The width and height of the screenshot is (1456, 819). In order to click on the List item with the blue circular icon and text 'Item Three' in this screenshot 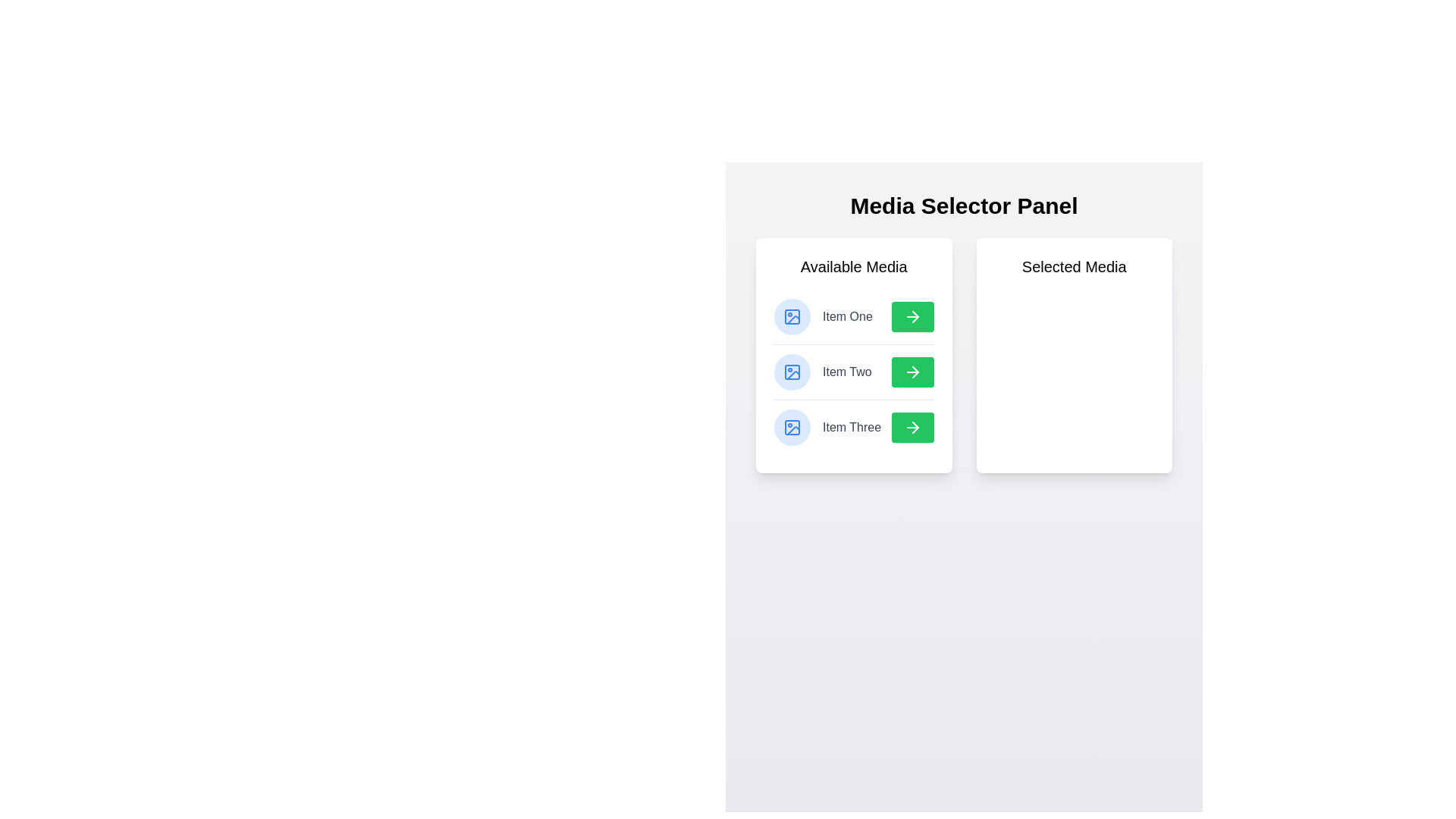, I will do `click(827, 427)`.